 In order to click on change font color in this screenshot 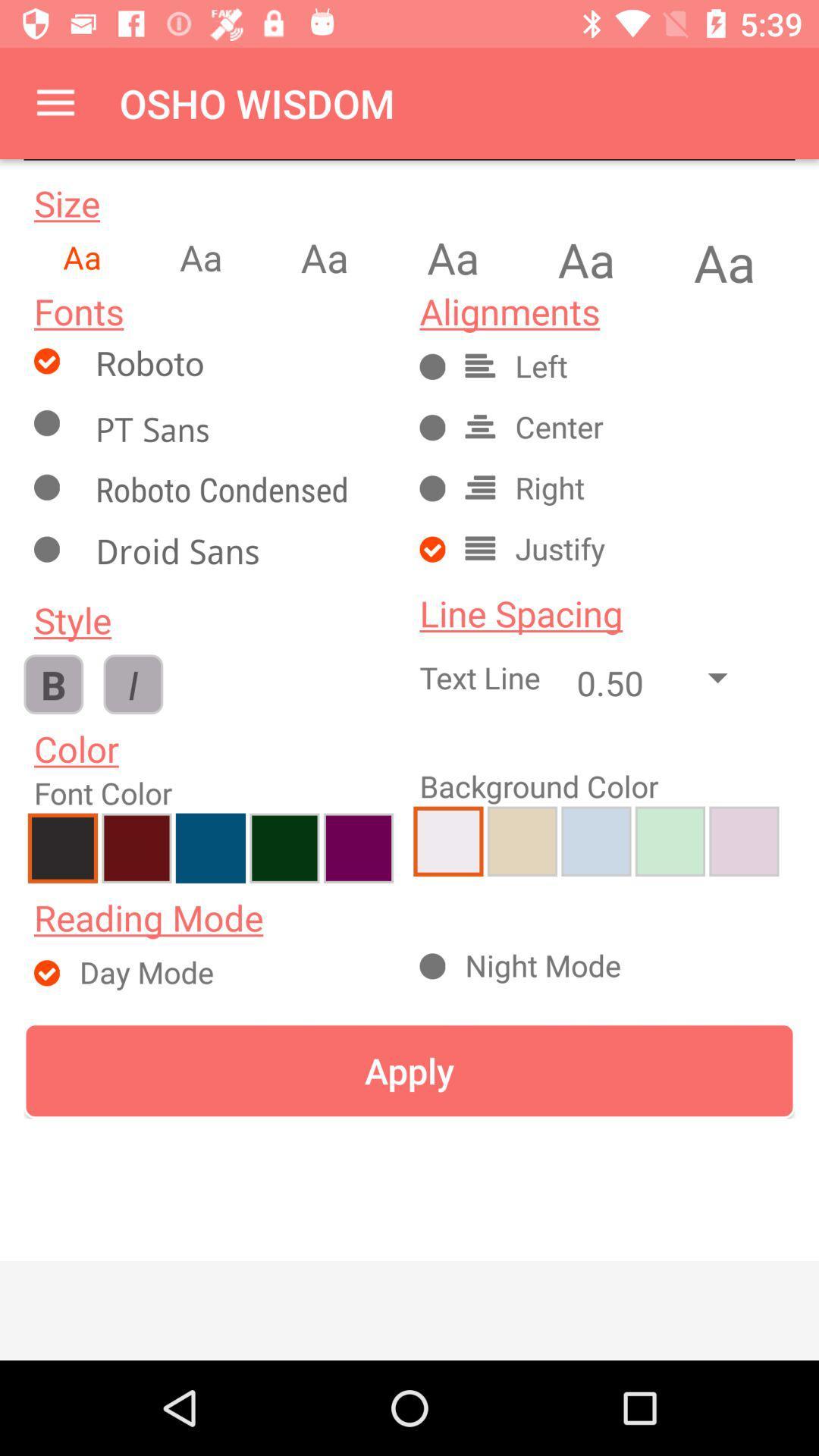, I will do `click(210, 847)`.